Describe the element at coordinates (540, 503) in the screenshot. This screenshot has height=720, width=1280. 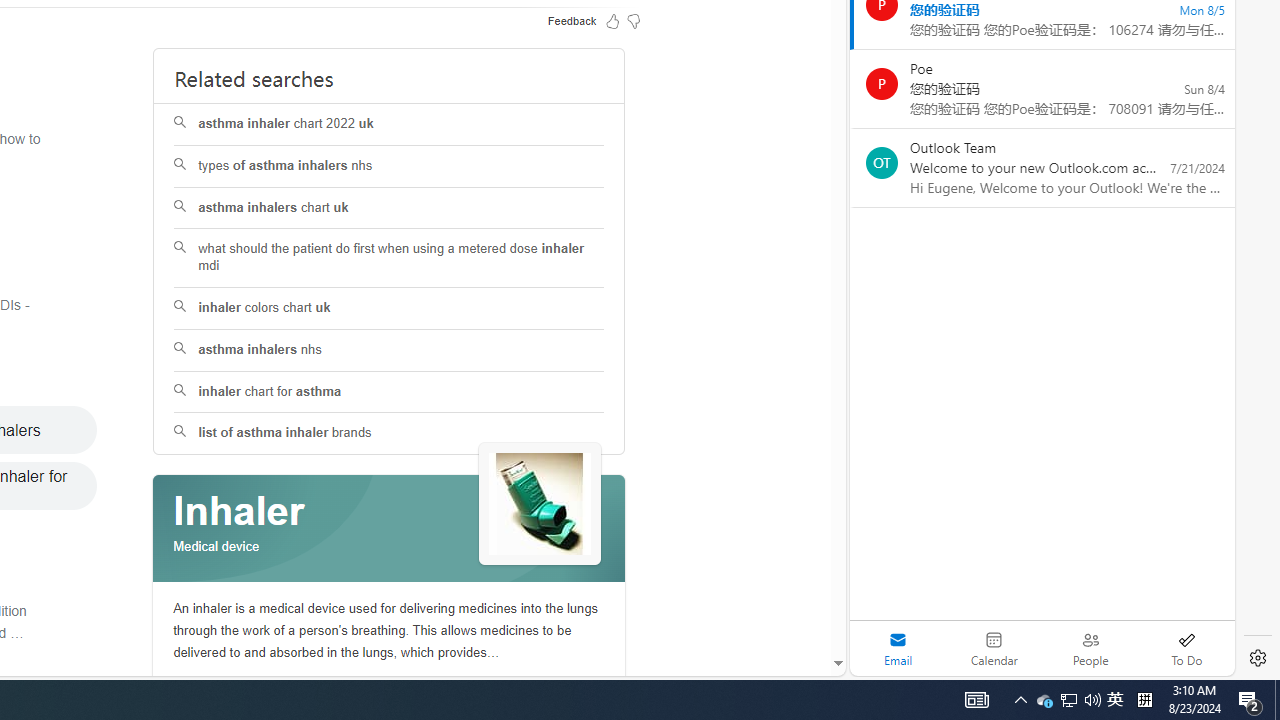
I see `'See more images of Inhaler'` at that location.